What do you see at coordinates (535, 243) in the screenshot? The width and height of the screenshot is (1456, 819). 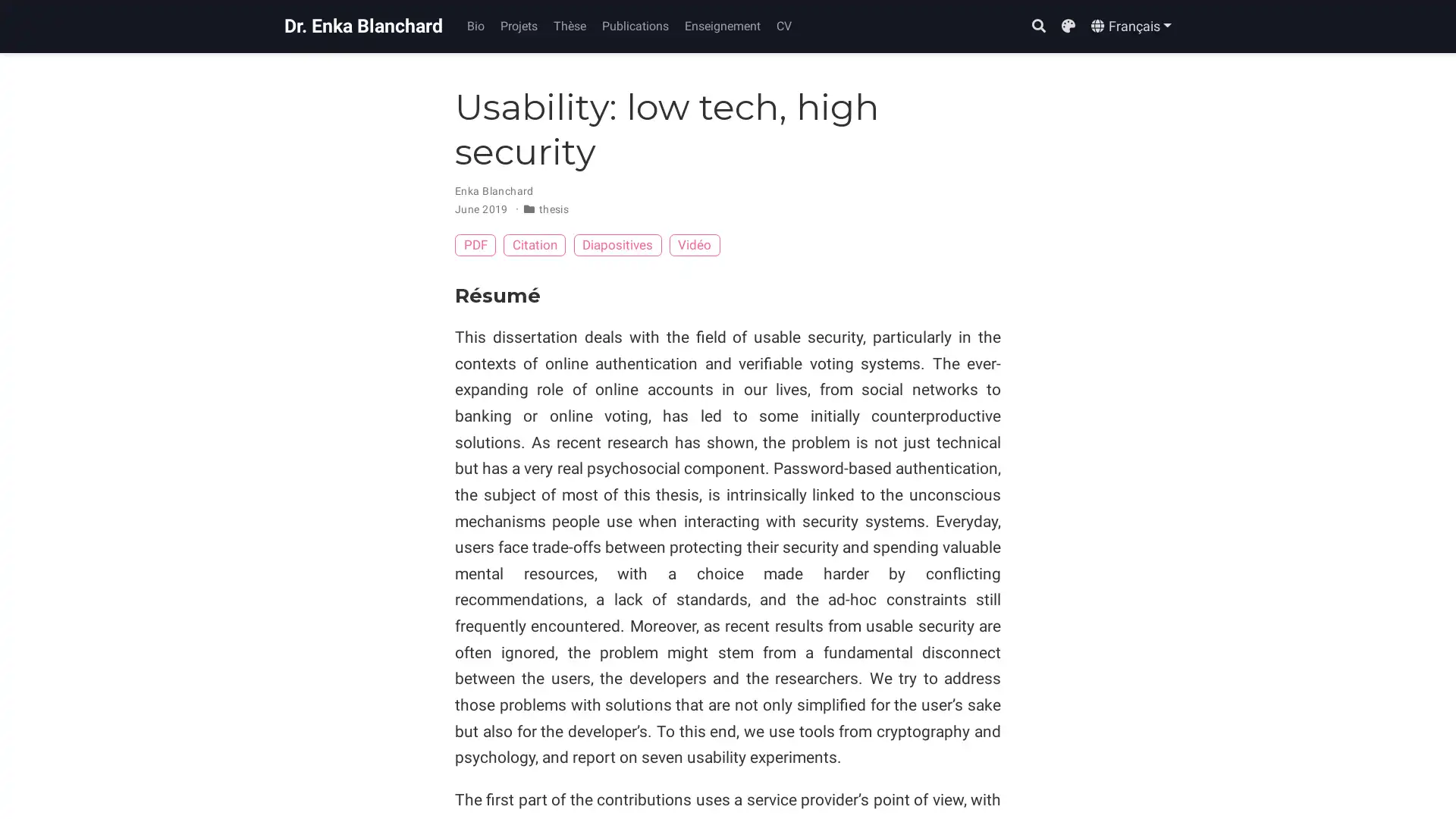 I see `Citation` at bounding box center [535, 243].